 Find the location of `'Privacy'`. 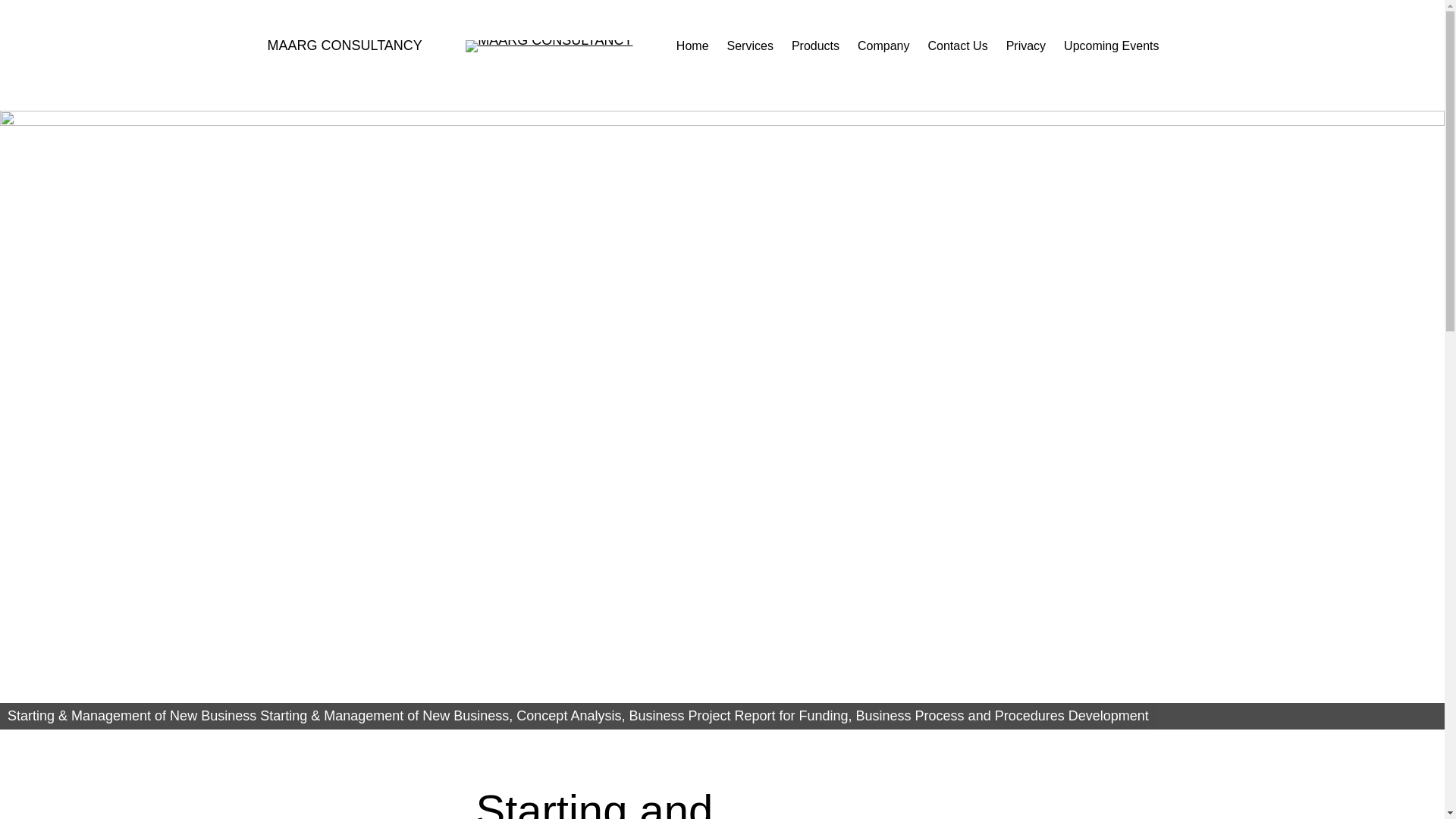

'Privacy' is located at coordinates (1026, 45).